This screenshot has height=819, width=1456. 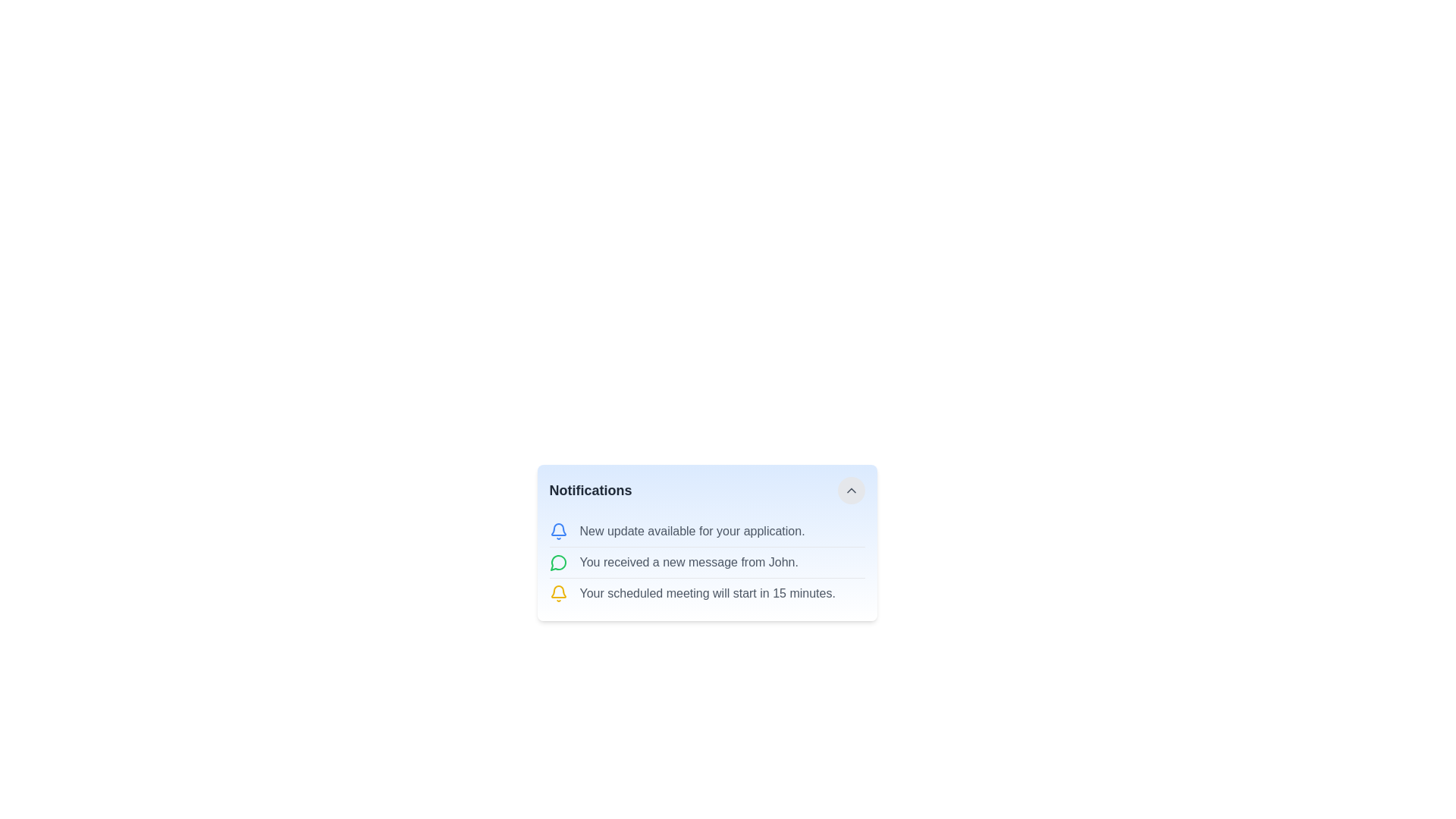 I want to click on the Text Label element that displays the message 'Your scheduled meeting will start in 15 minutes.' located in the third notification row, next to a yellow bell icon, so click(x=707, y=593).